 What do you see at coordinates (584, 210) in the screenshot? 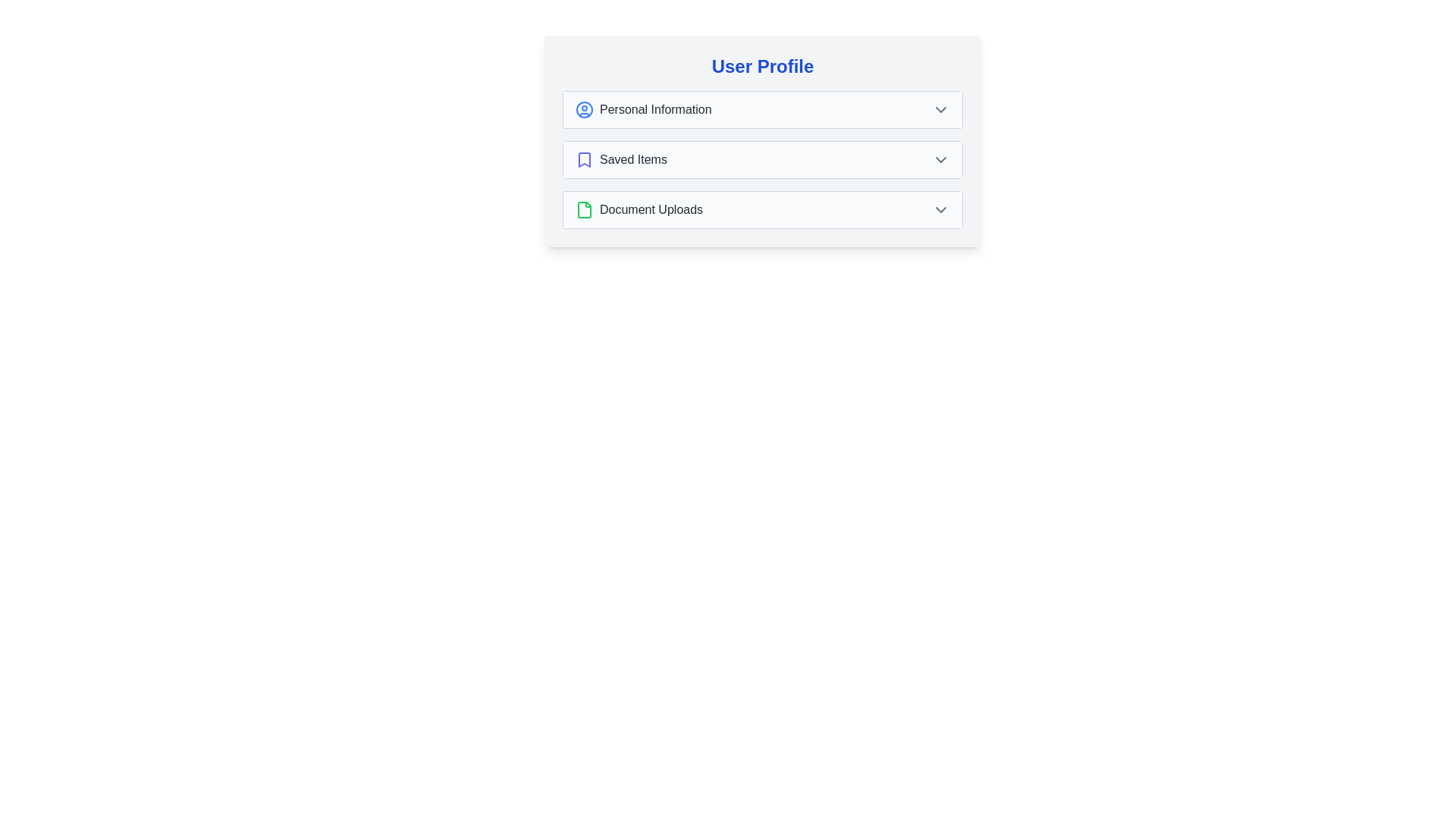
I see `the green-colored file icon located to the far-left of the 'Document Uploads' label in the 'User Profile' section for detailed inspection` at bounding box center [584, 210].